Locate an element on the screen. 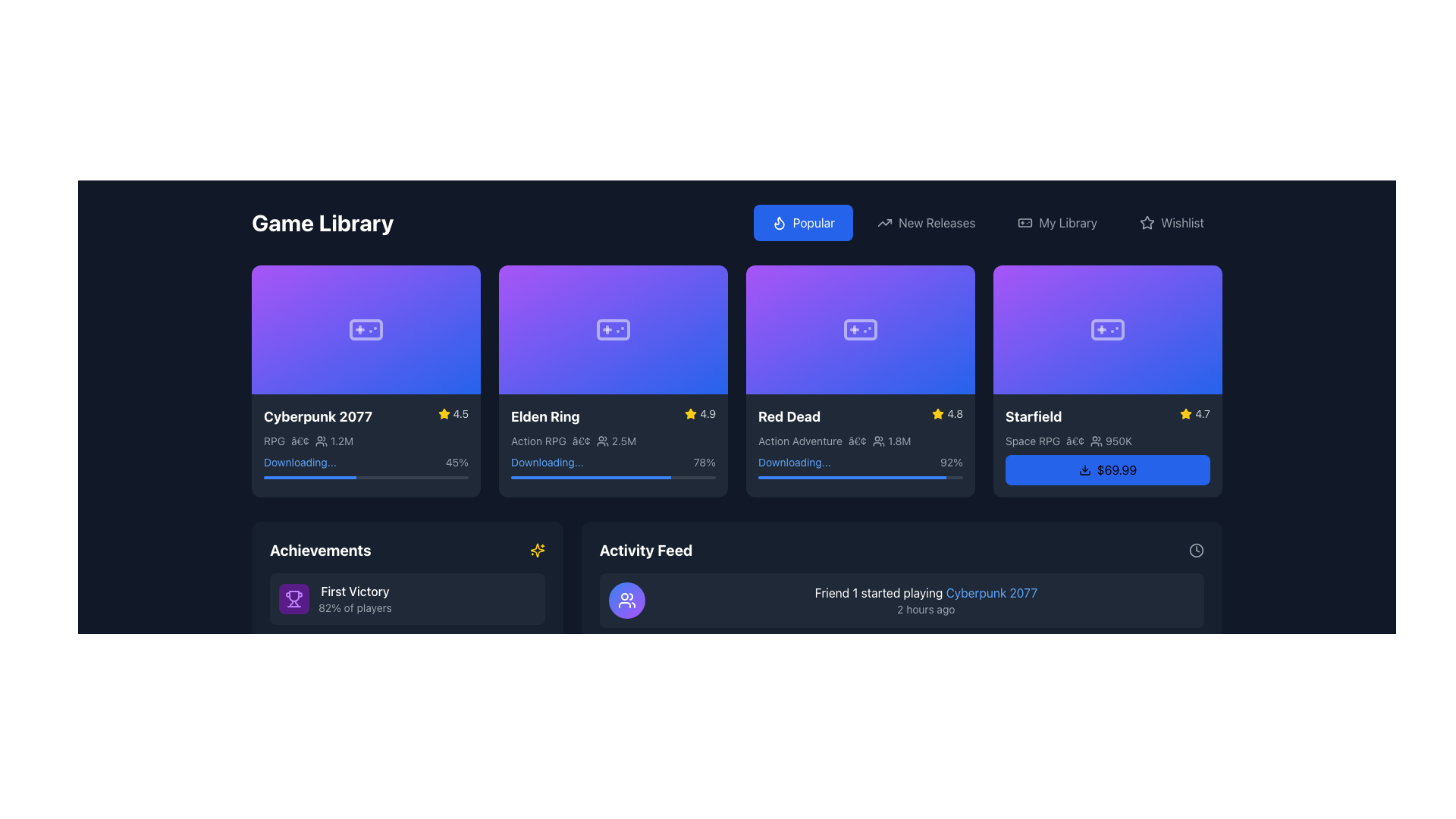 This screenshot has width=1456, height=819. the title text of the game card labeled 'Starfield' located in the top-right part of the application is located at coordinates (1033, 416).